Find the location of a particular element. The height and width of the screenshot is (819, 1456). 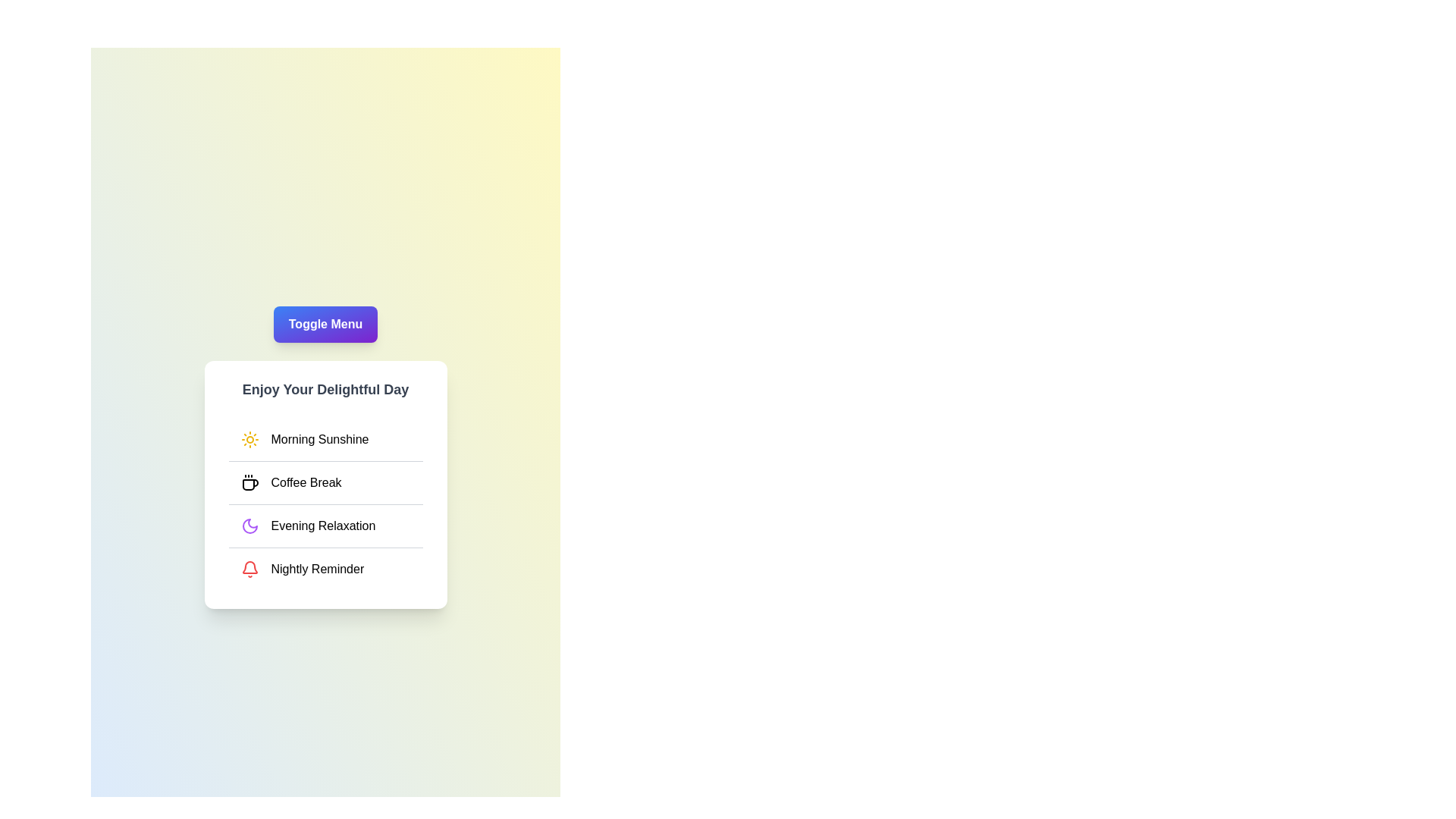

the menu item Coffee Break is located at coordinates (325, 482).